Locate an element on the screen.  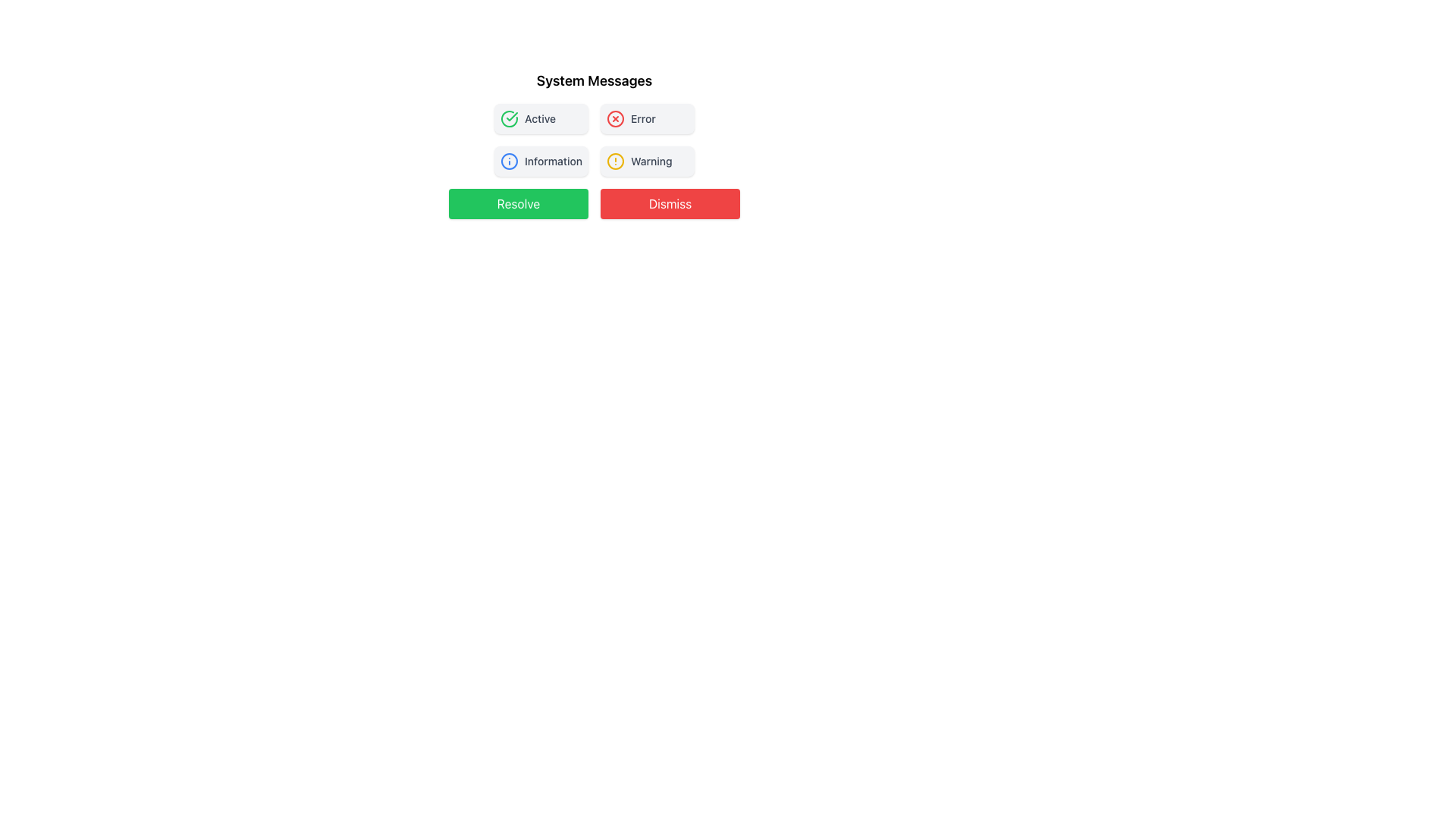
the alert icon, which is a circular warning indicator with a yellow outline, located to the left of the 'Warning' text label in a grid-style layout is located at coordinates (615, 161).